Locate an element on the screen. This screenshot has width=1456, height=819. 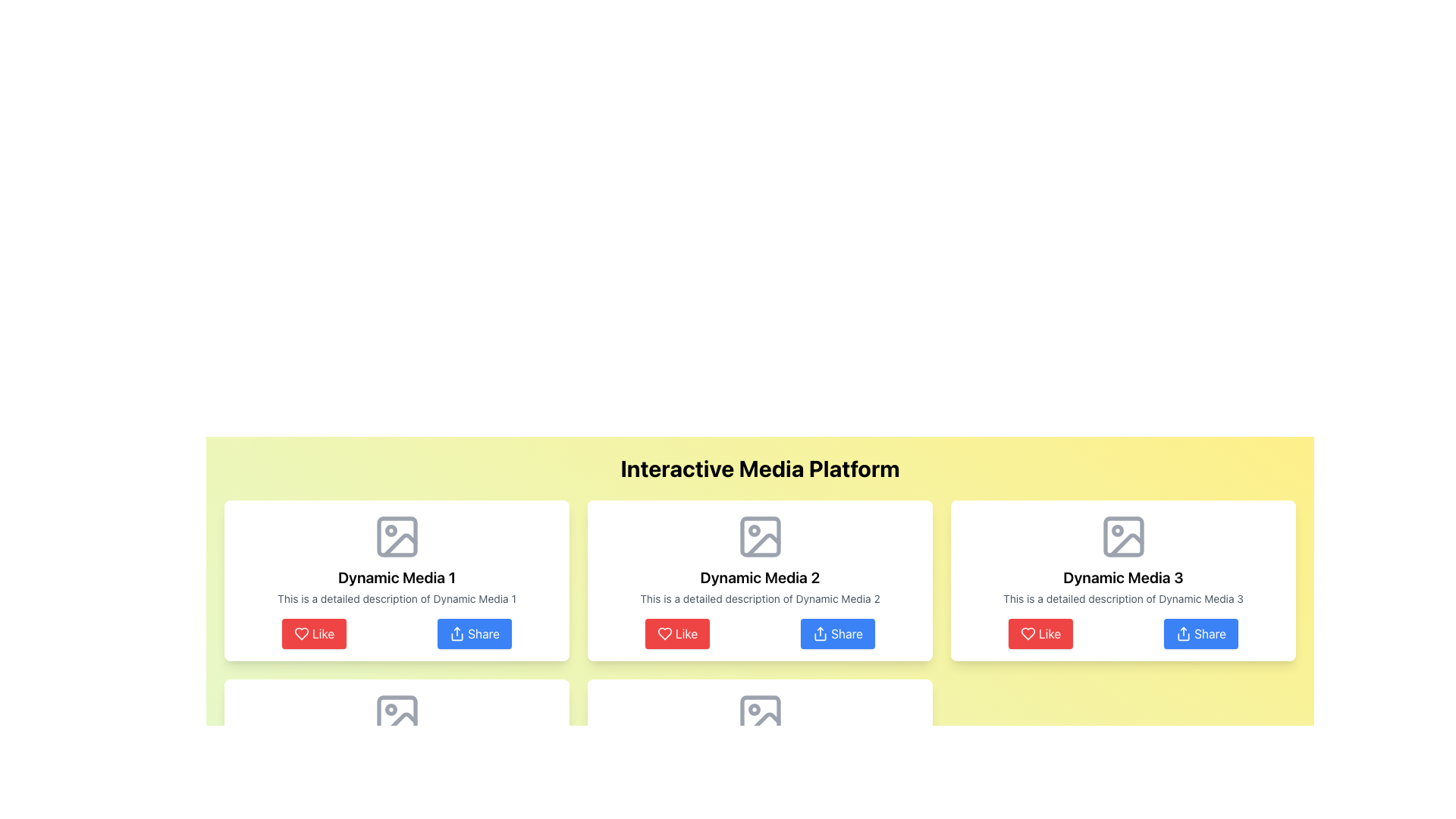
the heart icon graphic within the red 'Like' button located below the 'Dynamic Media 1' card to like or favorite the associated content is located at coordinates (302, 634).